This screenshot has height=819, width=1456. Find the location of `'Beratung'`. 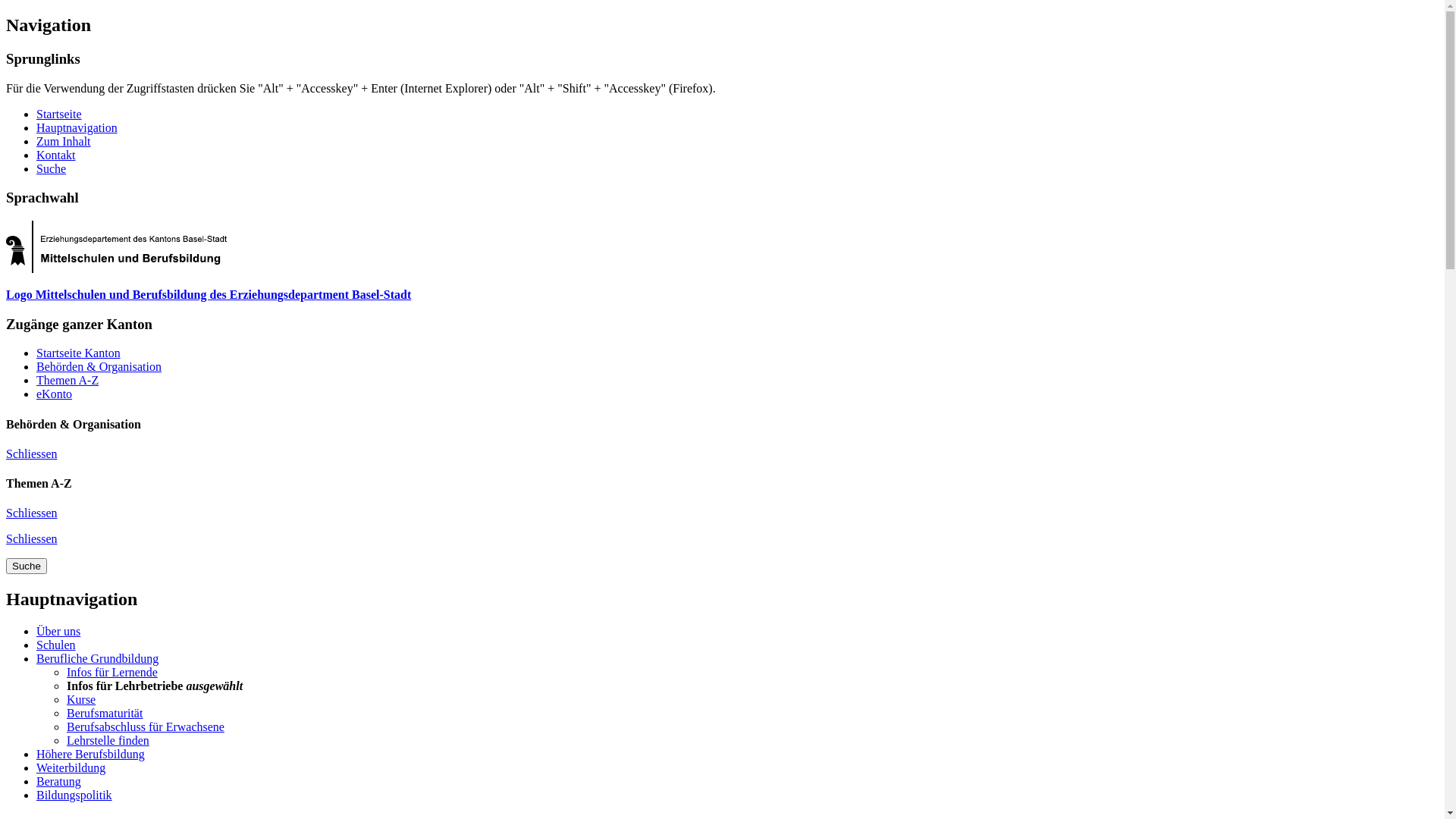

'Beratung' is located at coordinates (58, 781).